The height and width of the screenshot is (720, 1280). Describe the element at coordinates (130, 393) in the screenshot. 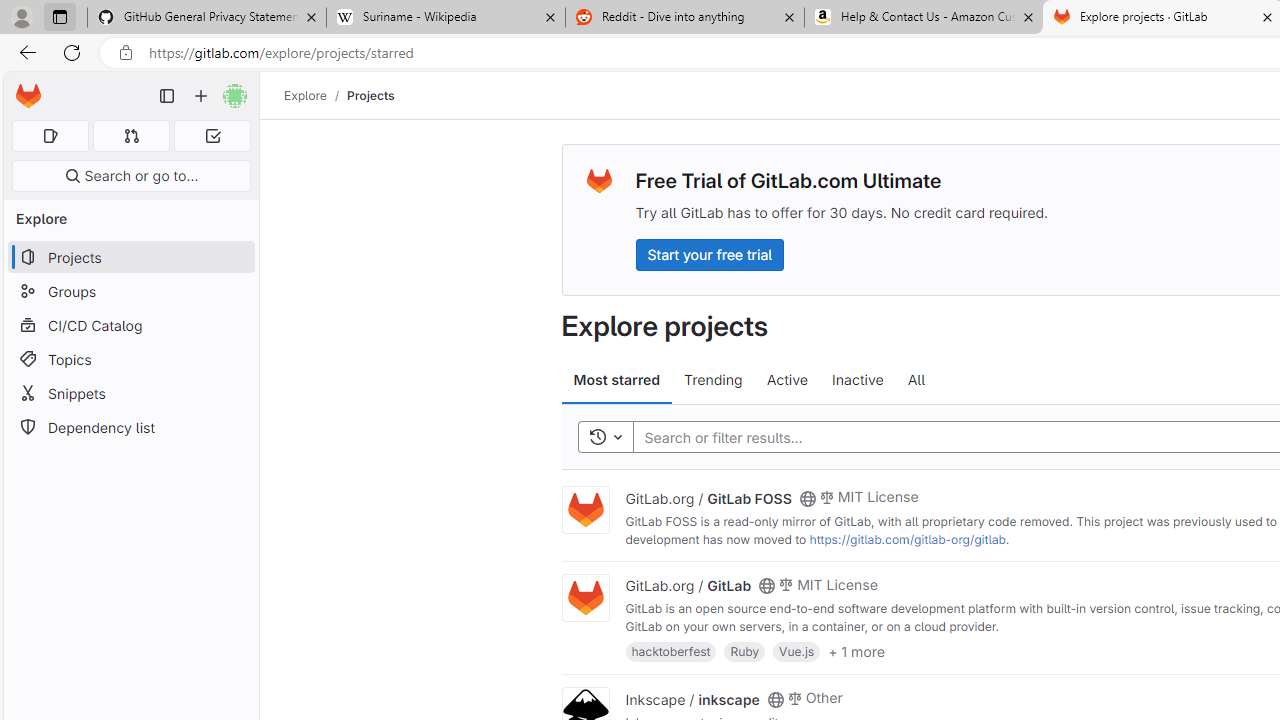

I see `'Snippets'` at that location.